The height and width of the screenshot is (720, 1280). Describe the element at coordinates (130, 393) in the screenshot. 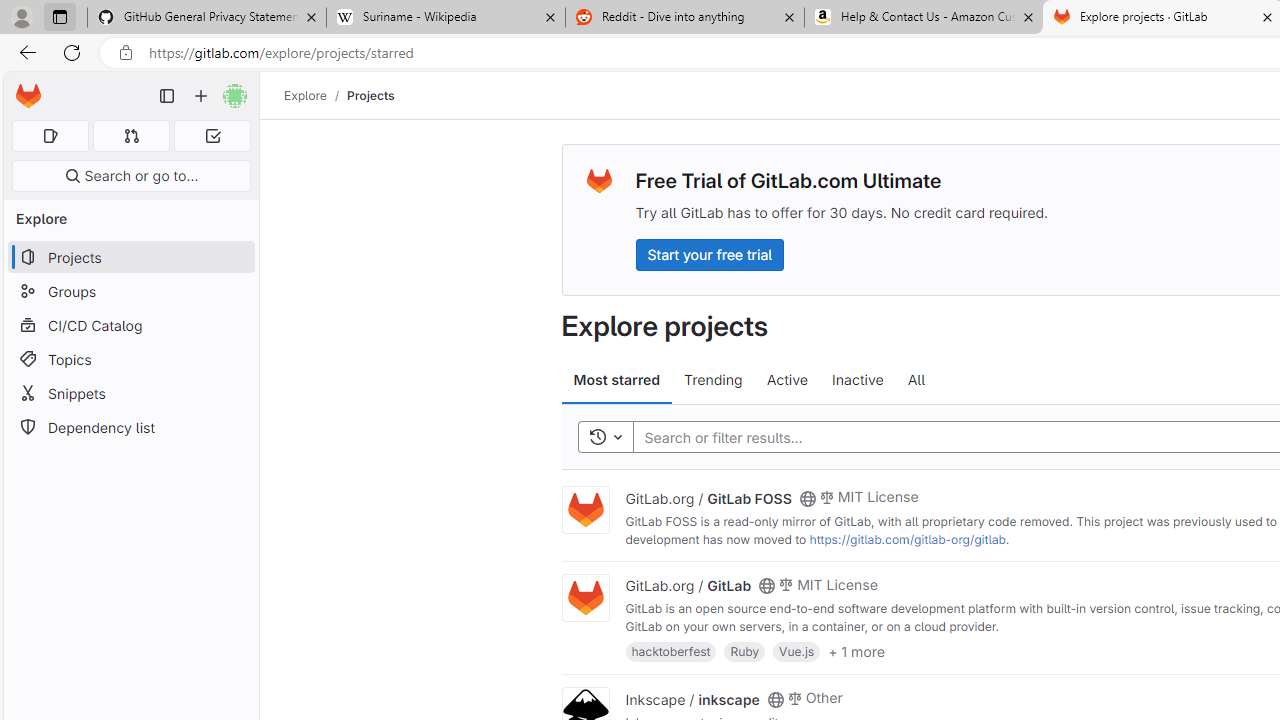

I see `'Snippets'` at that location.